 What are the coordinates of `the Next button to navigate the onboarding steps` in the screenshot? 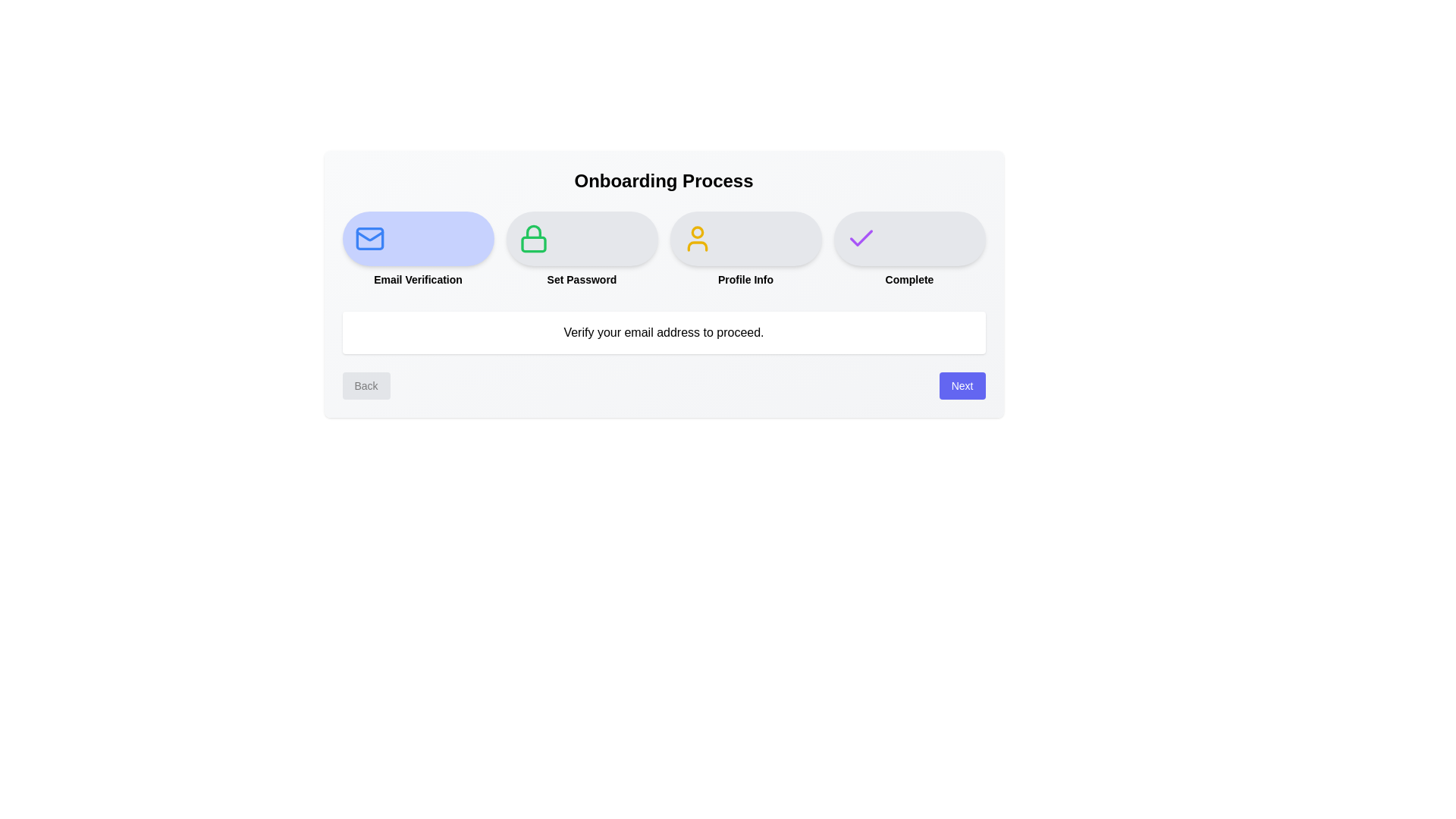 It's located at (962, 385).